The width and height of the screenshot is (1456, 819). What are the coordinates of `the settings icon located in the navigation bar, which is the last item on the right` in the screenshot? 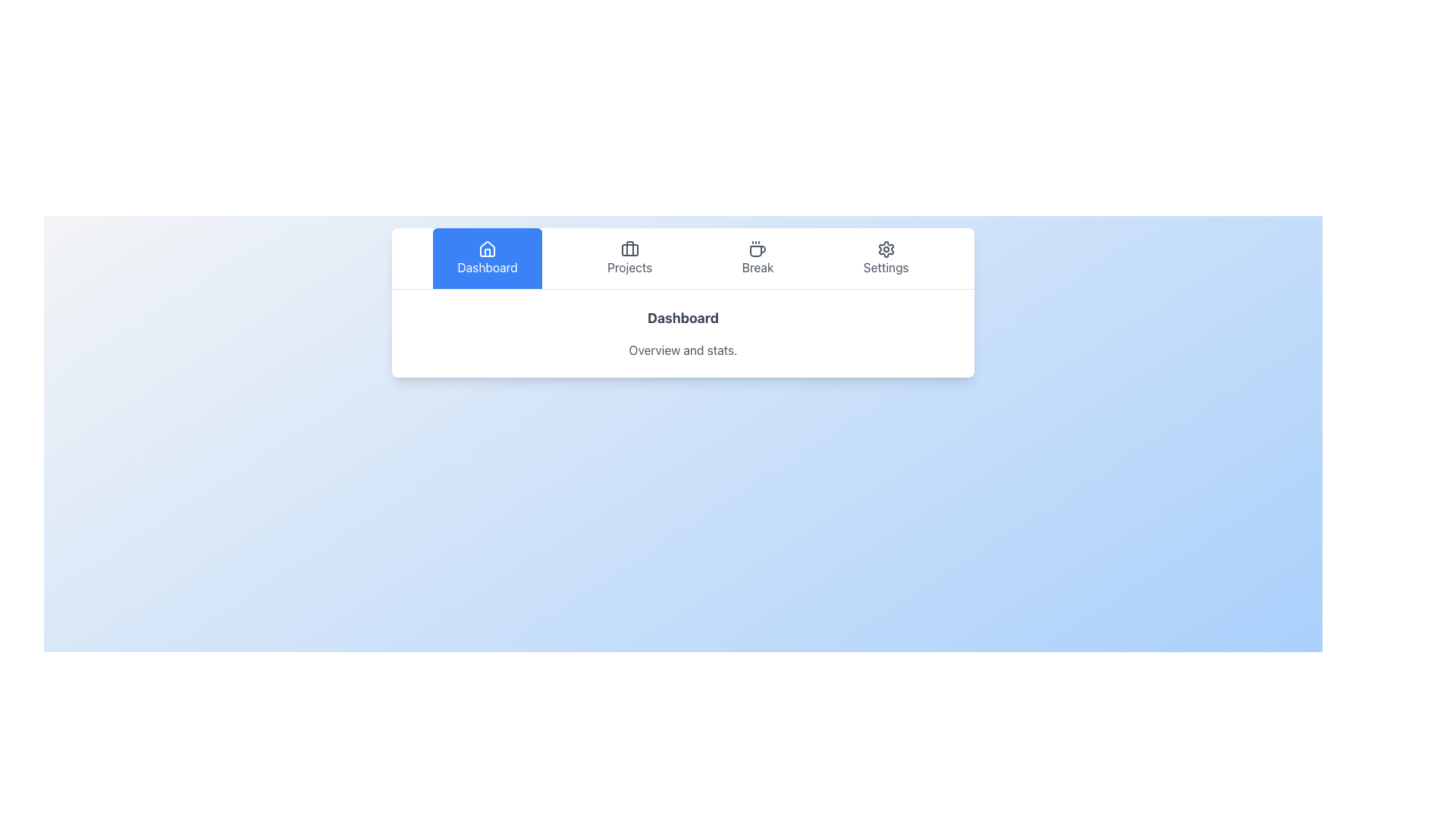 It's located at (886, 257).